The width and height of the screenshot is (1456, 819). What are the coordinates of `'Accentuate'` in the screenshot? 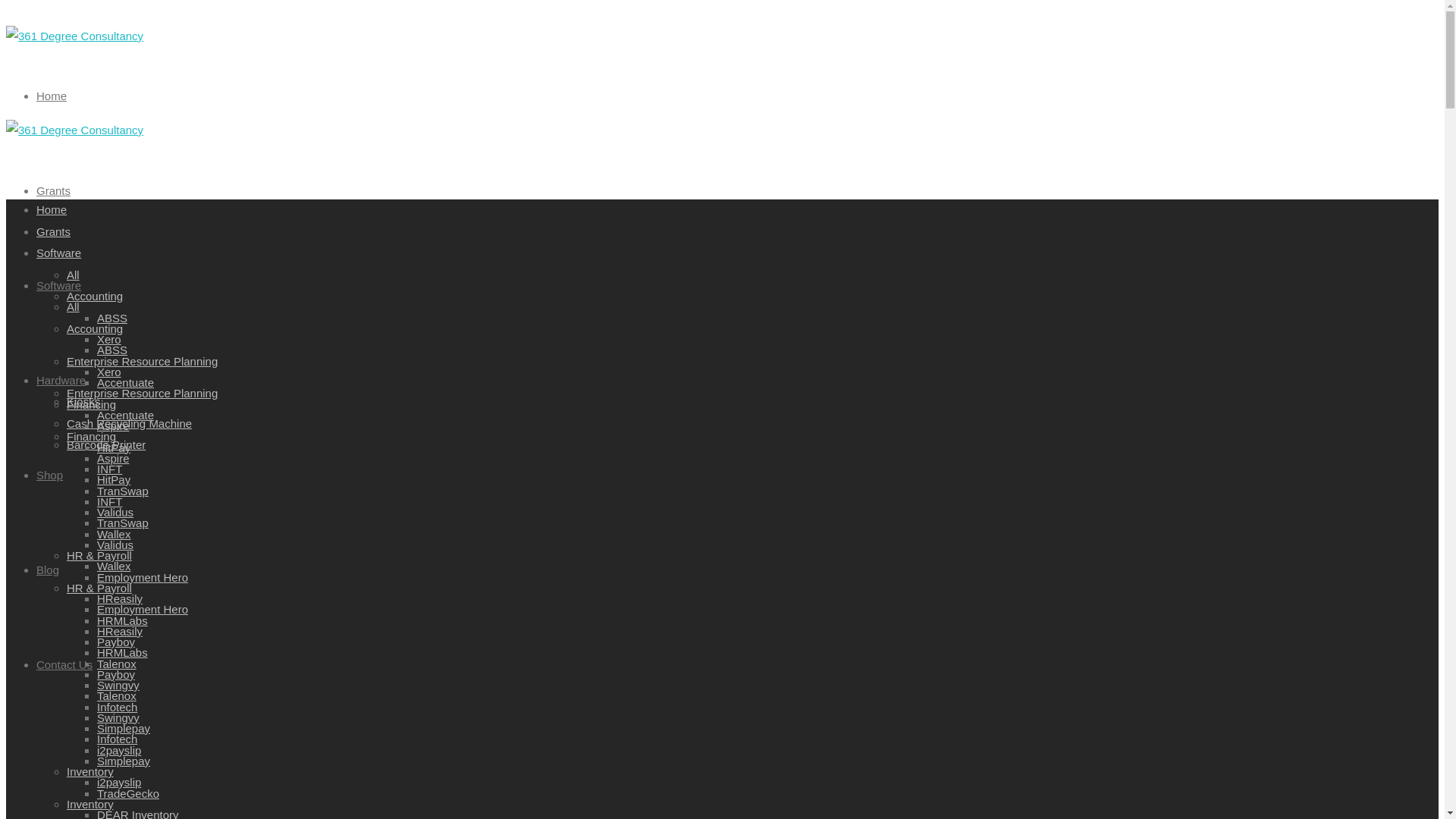 It's located at (125, 381).